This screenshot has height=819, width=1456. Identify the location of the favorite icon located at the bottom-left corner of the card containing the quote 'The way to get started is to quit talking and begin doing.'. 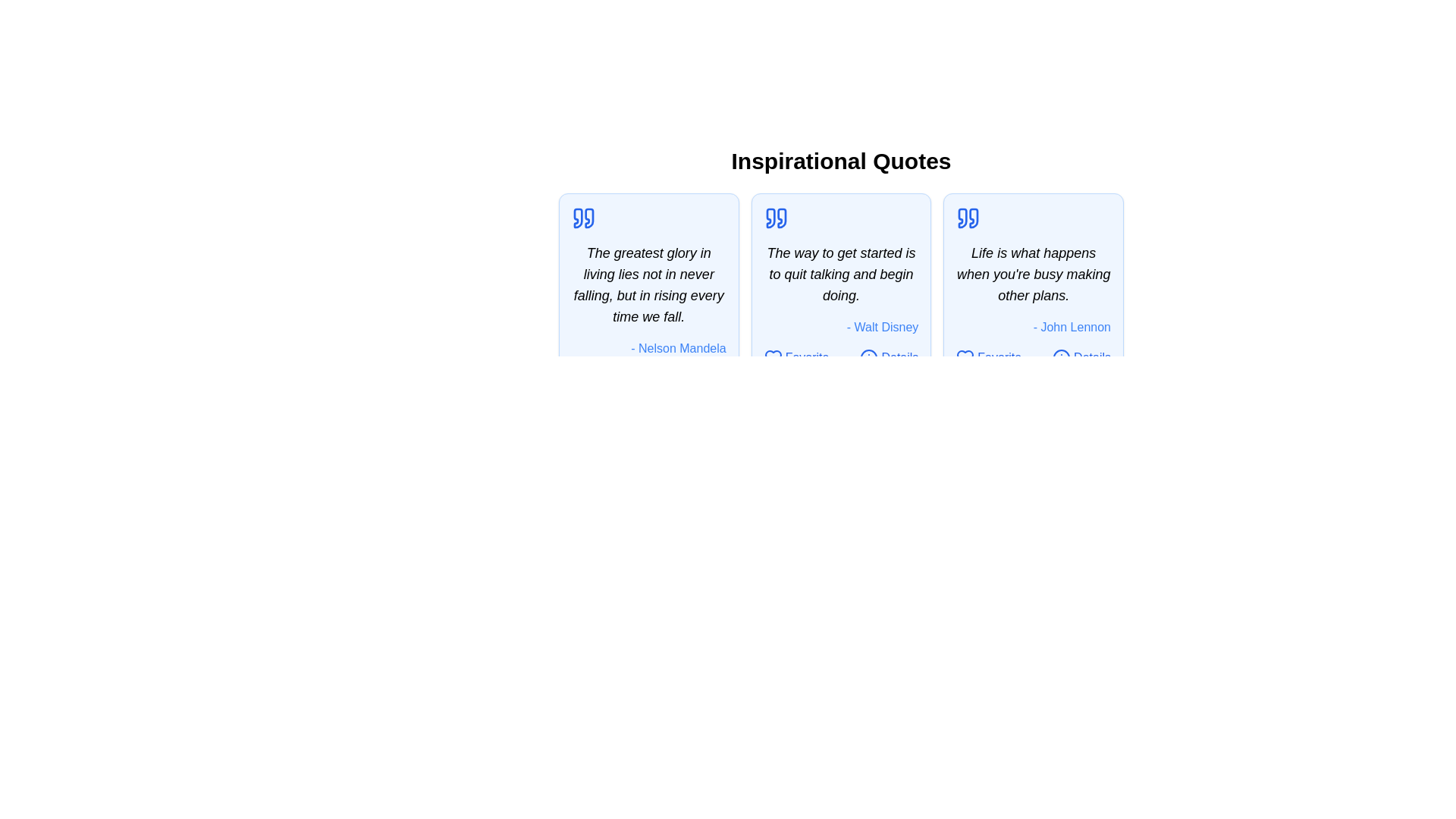
(773, 357).